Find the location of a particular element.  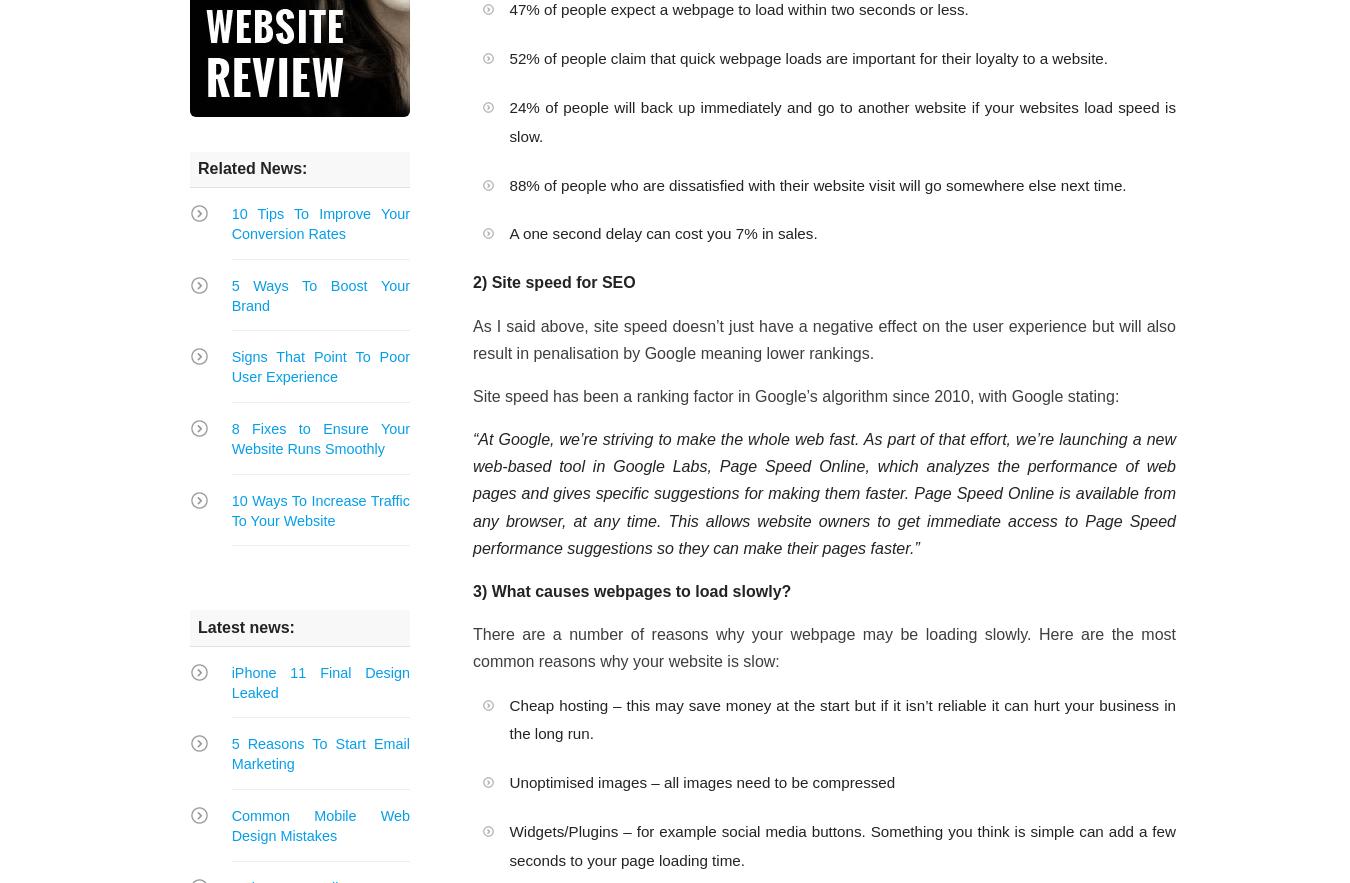

'Related News:' is located at coordinates (198, 168).